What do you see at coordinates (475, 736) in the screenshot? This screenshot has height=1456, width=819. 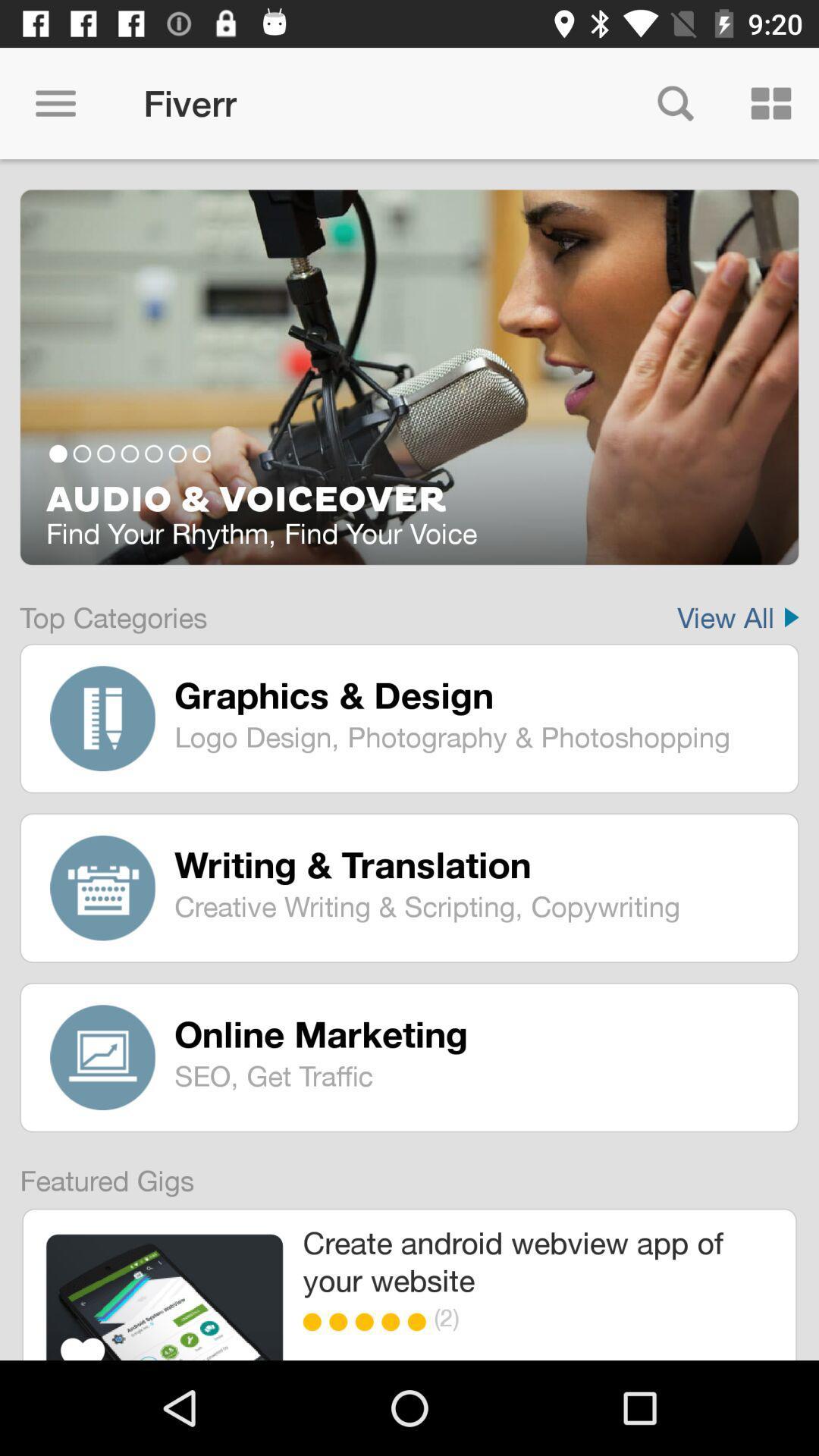 I see `the logo design photography item` at bounding box center [475, 736].